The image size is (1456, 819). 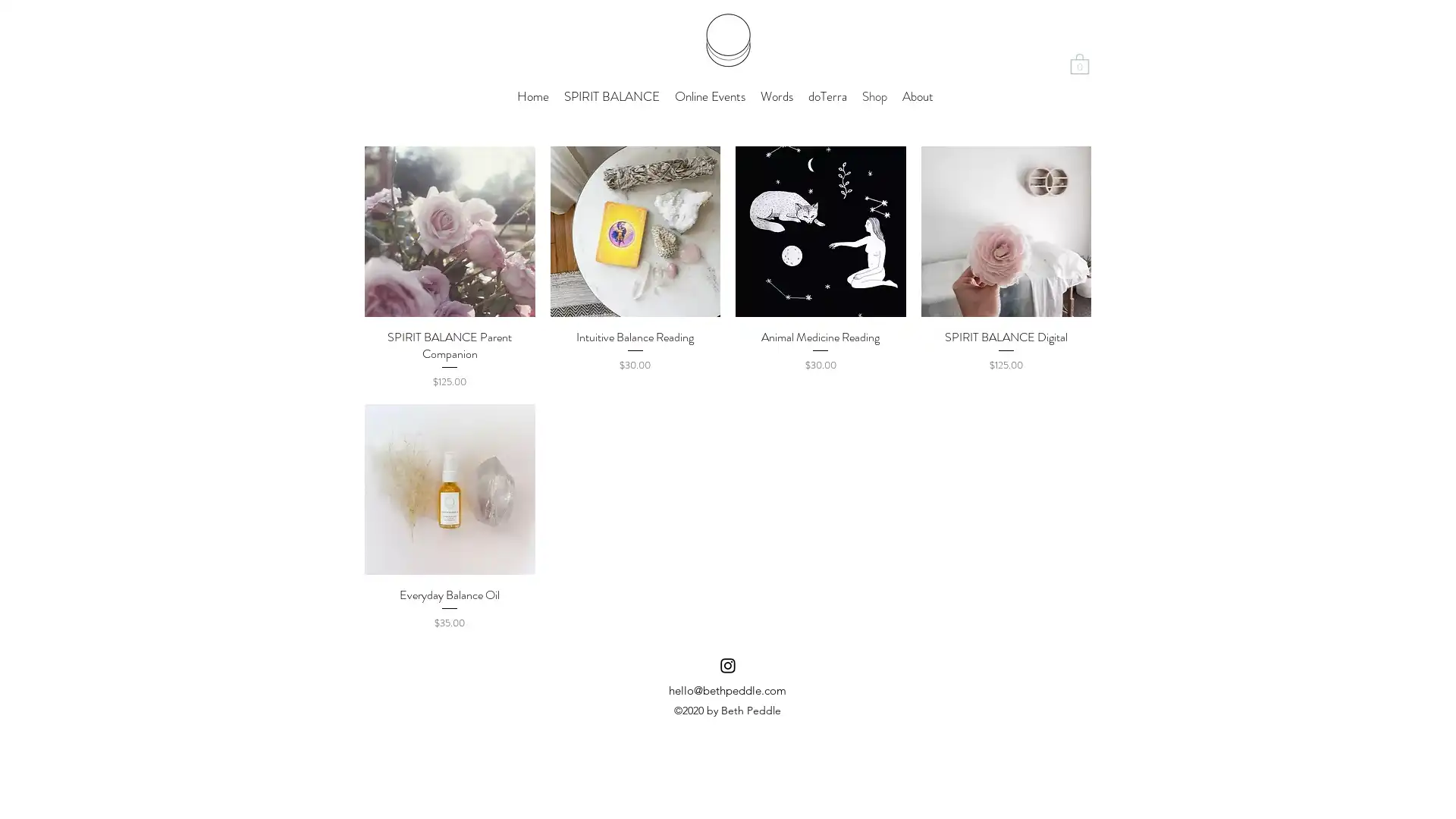 I want to click on Quick View, so click(x=449, y=592).